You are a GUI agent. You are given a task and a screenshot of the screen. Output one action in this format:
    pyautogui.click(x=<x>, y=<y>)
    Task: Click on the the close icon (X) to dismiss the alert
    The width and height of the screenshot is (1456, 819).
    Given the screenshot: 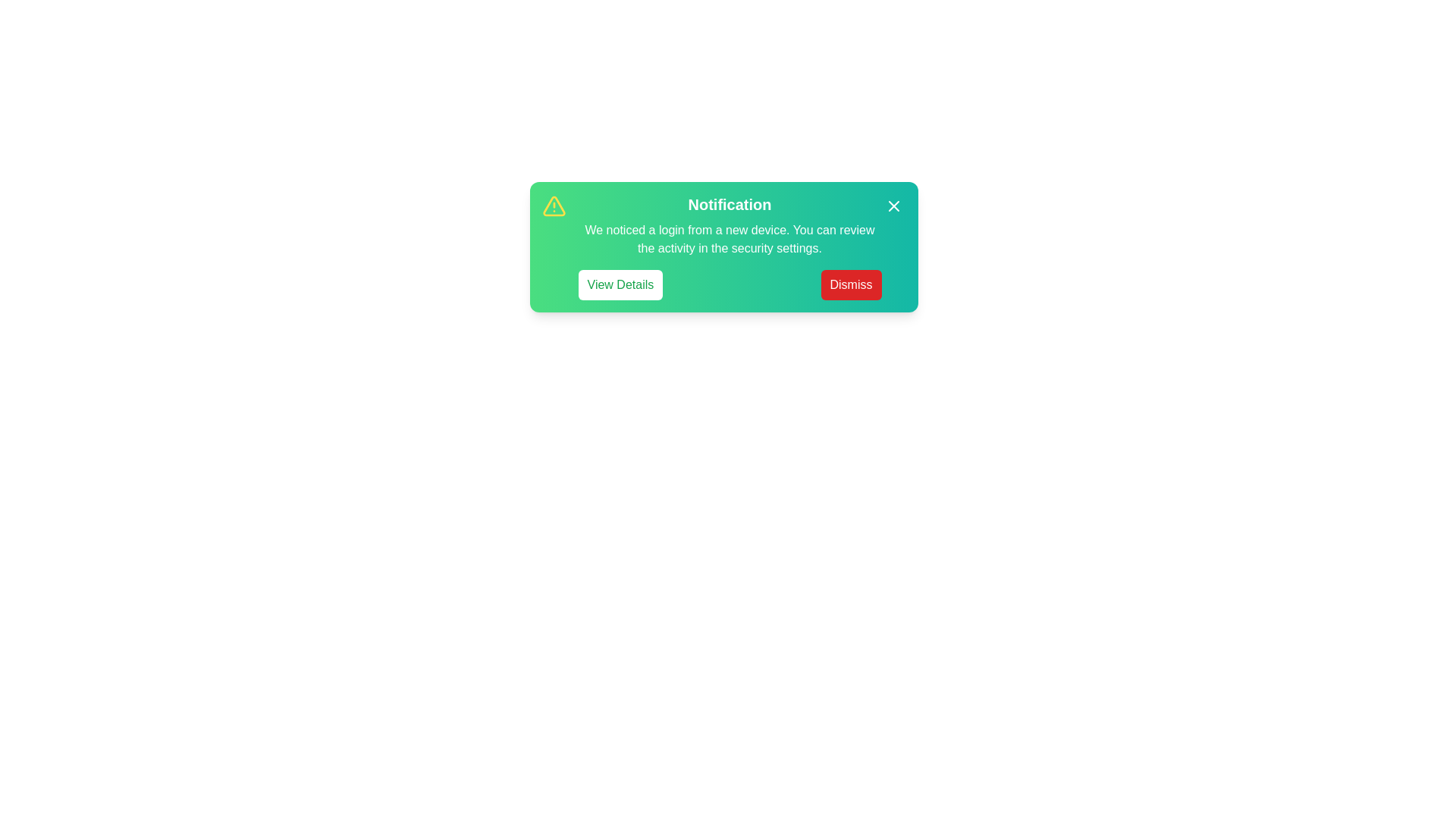 What is the action you would take?
    pyautogui.click(x=893, y=206)
    